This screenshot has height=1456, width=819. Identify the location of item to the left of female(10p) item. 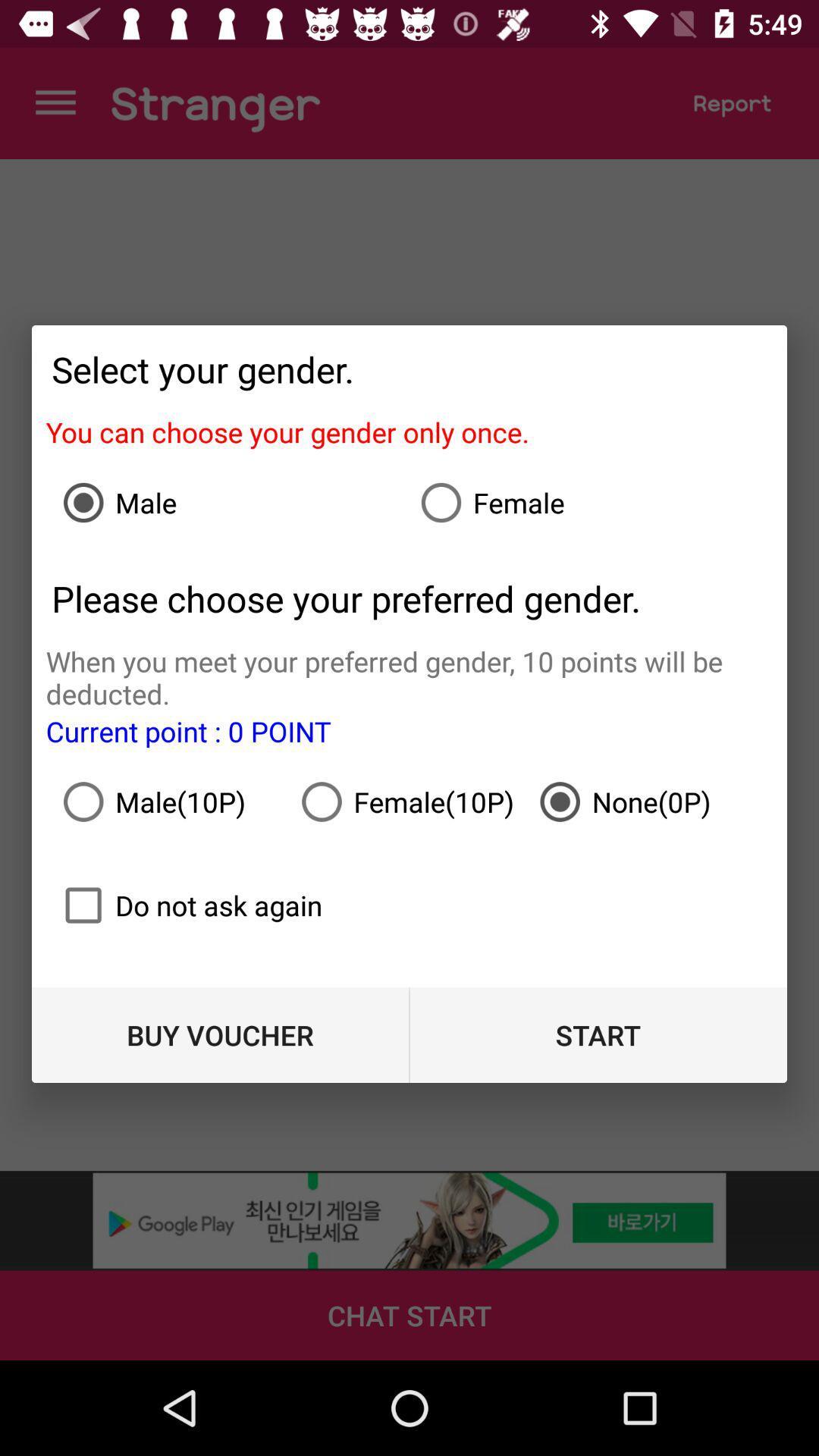
(171, 801).